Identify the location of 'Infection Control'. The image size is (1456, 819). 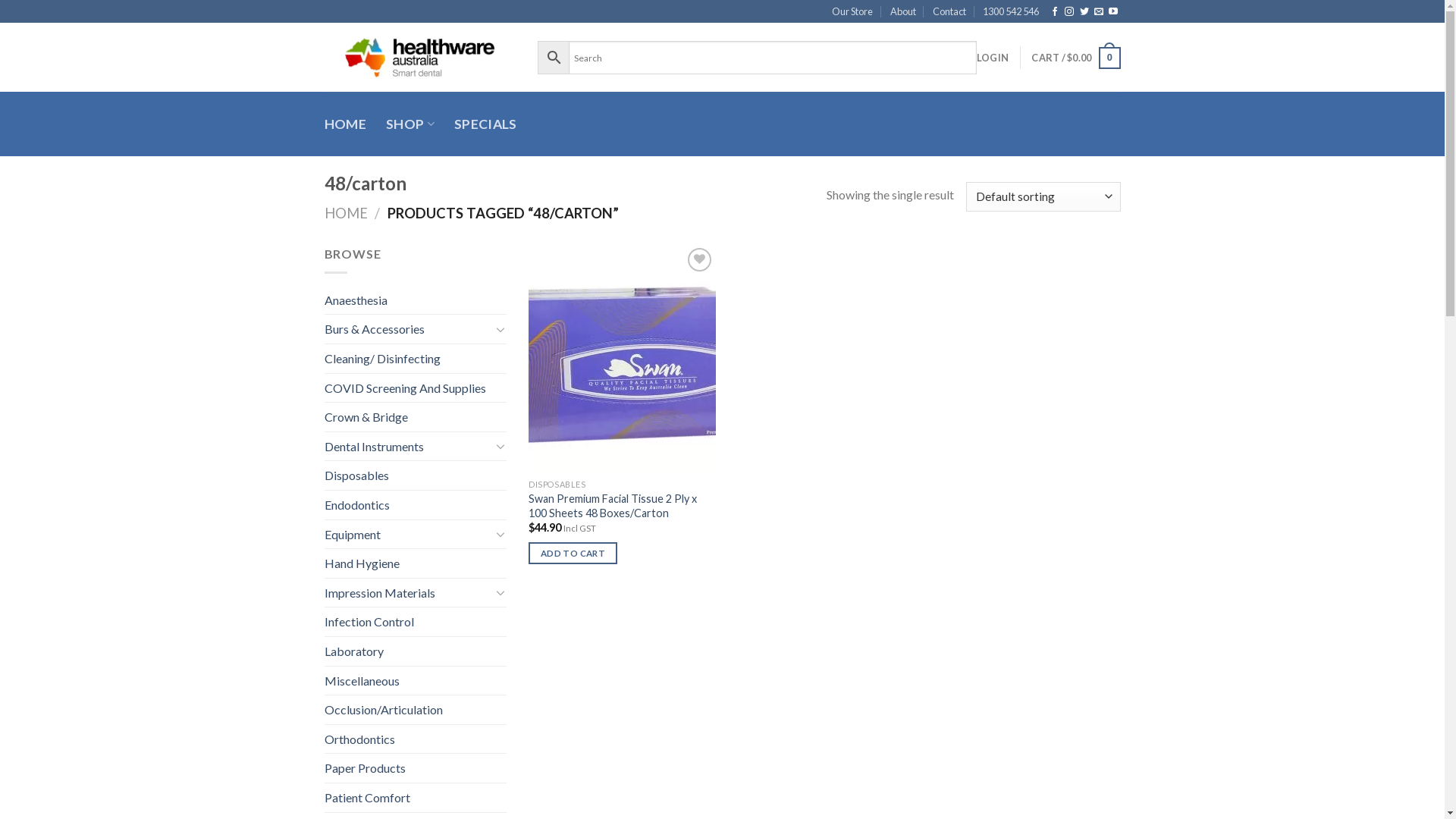
(415, 622).